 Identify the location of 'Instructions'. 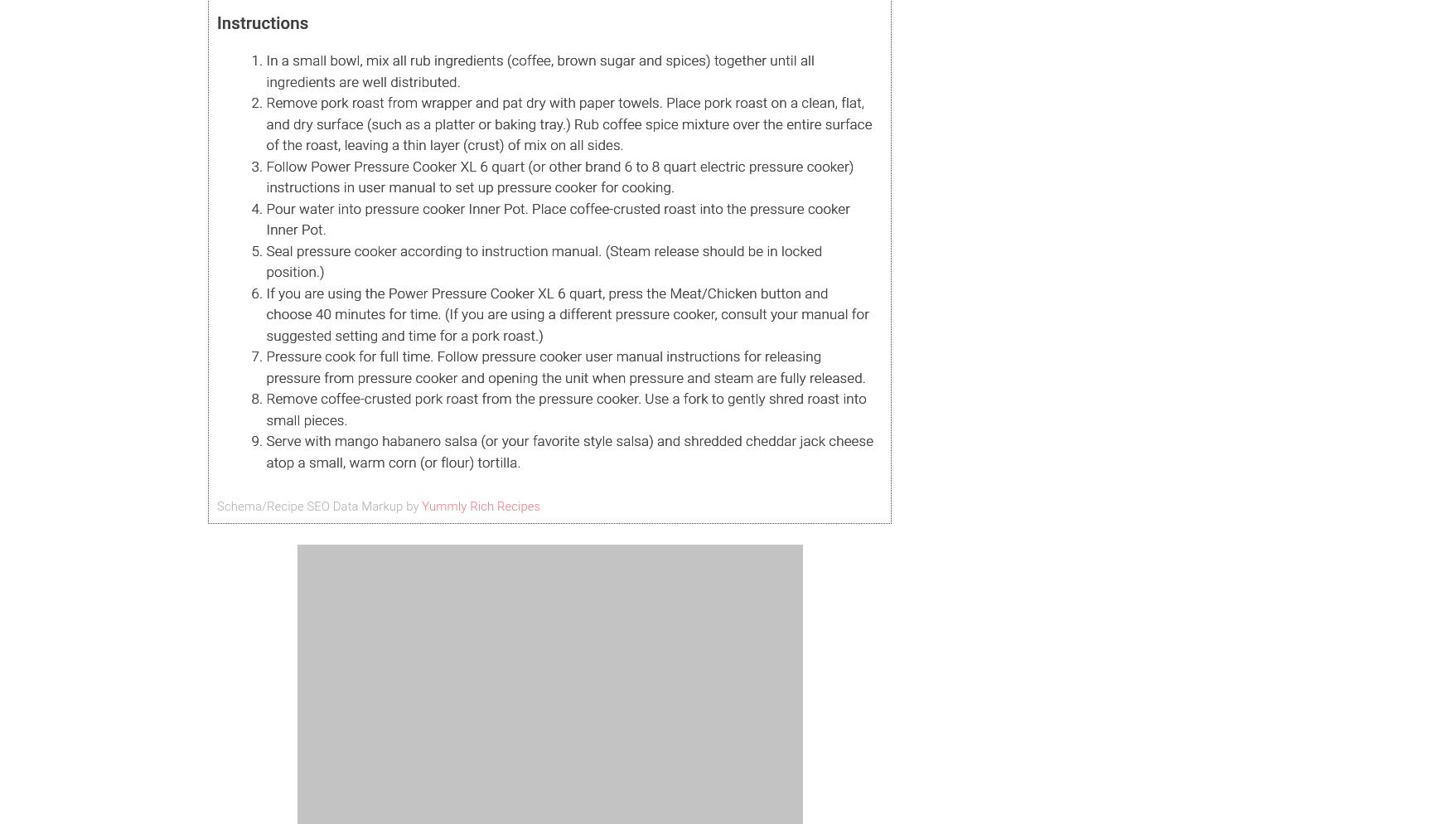
(262, 23).